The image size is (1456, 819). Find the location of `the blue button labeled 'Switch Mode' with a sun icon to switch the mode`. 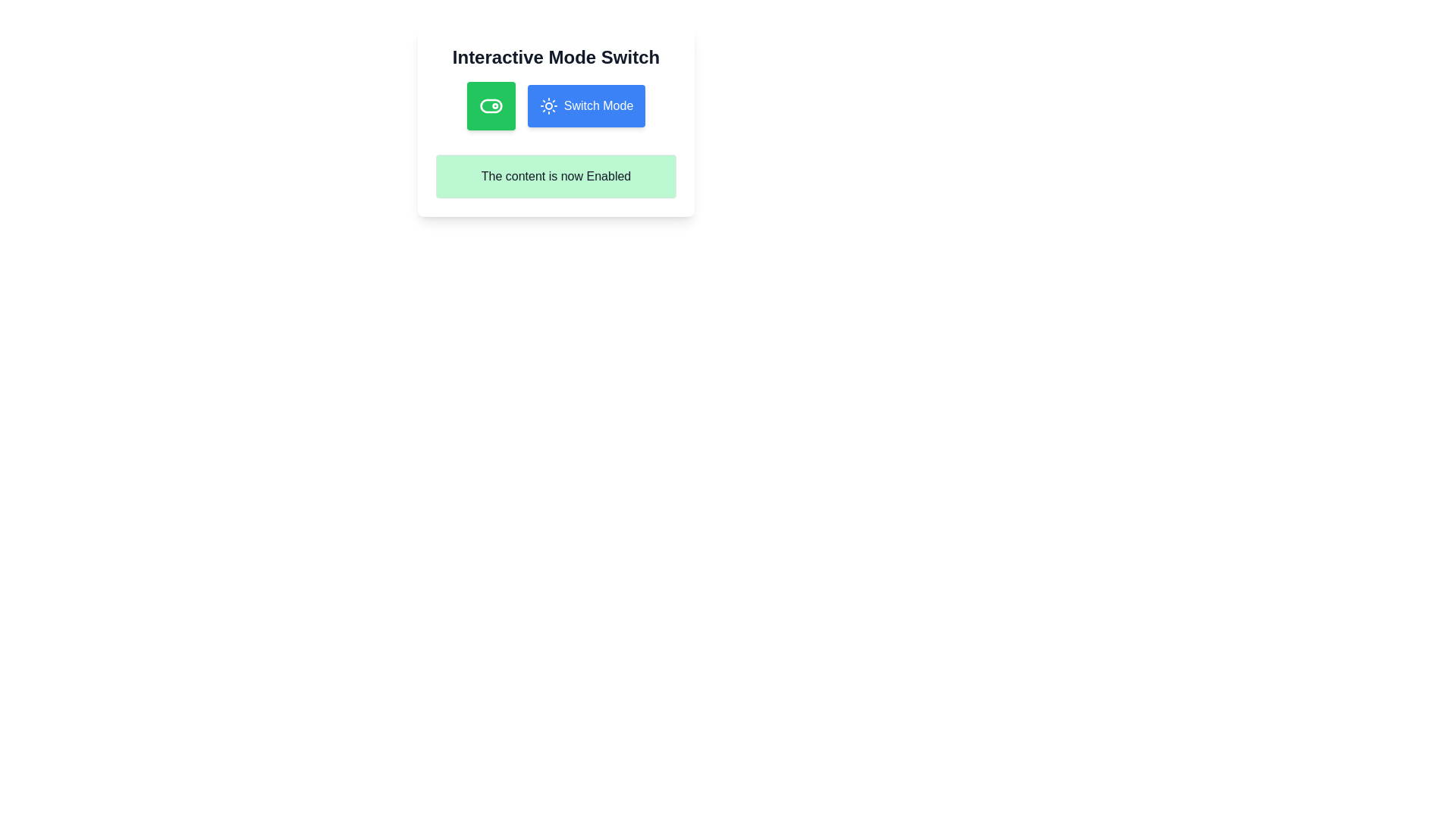

the blue button labeled 'Switch Mode' with a sun icon to switch the mode is located at coordinates (585, 105).